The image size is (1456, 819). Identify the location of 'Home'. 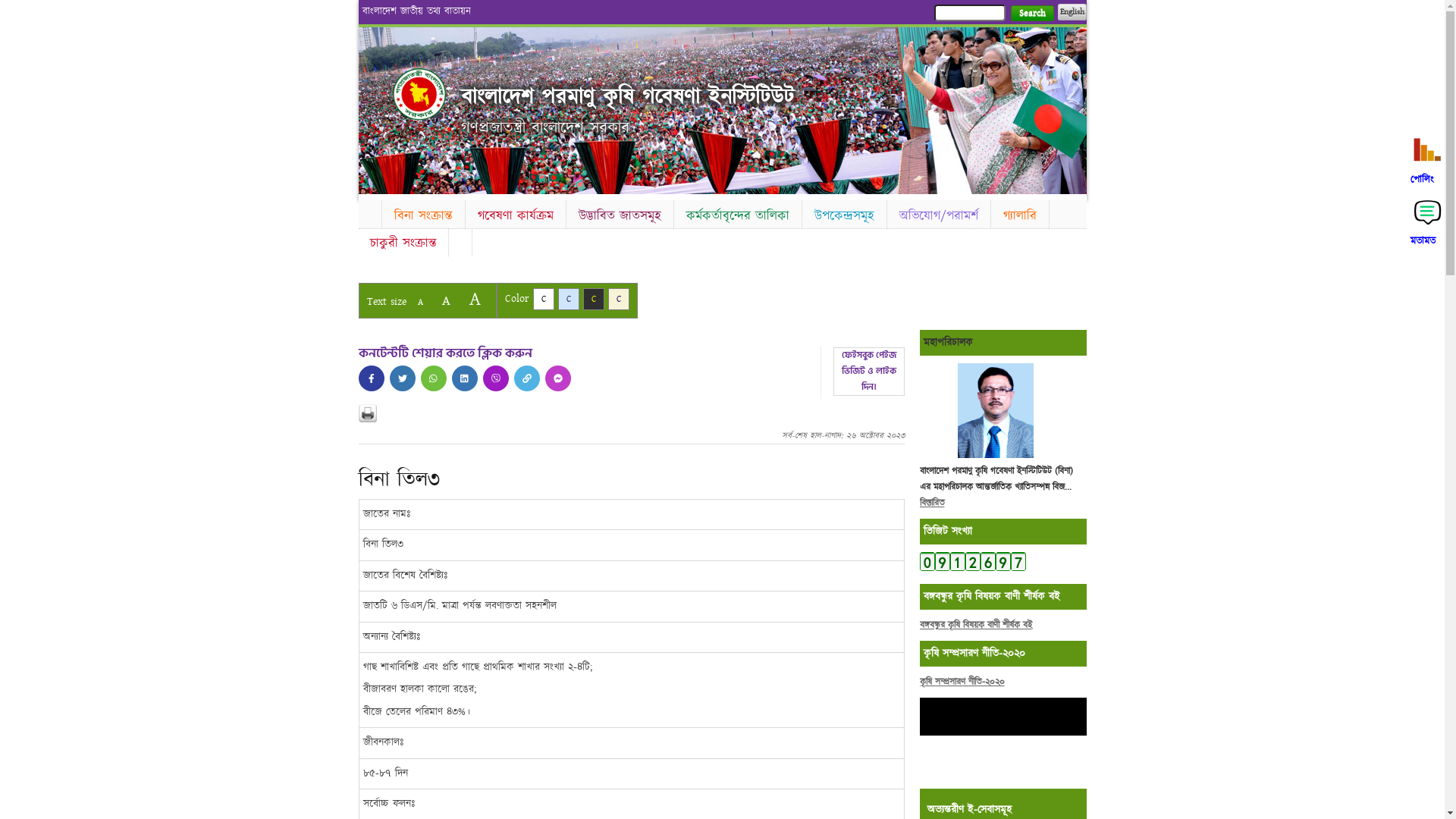
(369, 212).